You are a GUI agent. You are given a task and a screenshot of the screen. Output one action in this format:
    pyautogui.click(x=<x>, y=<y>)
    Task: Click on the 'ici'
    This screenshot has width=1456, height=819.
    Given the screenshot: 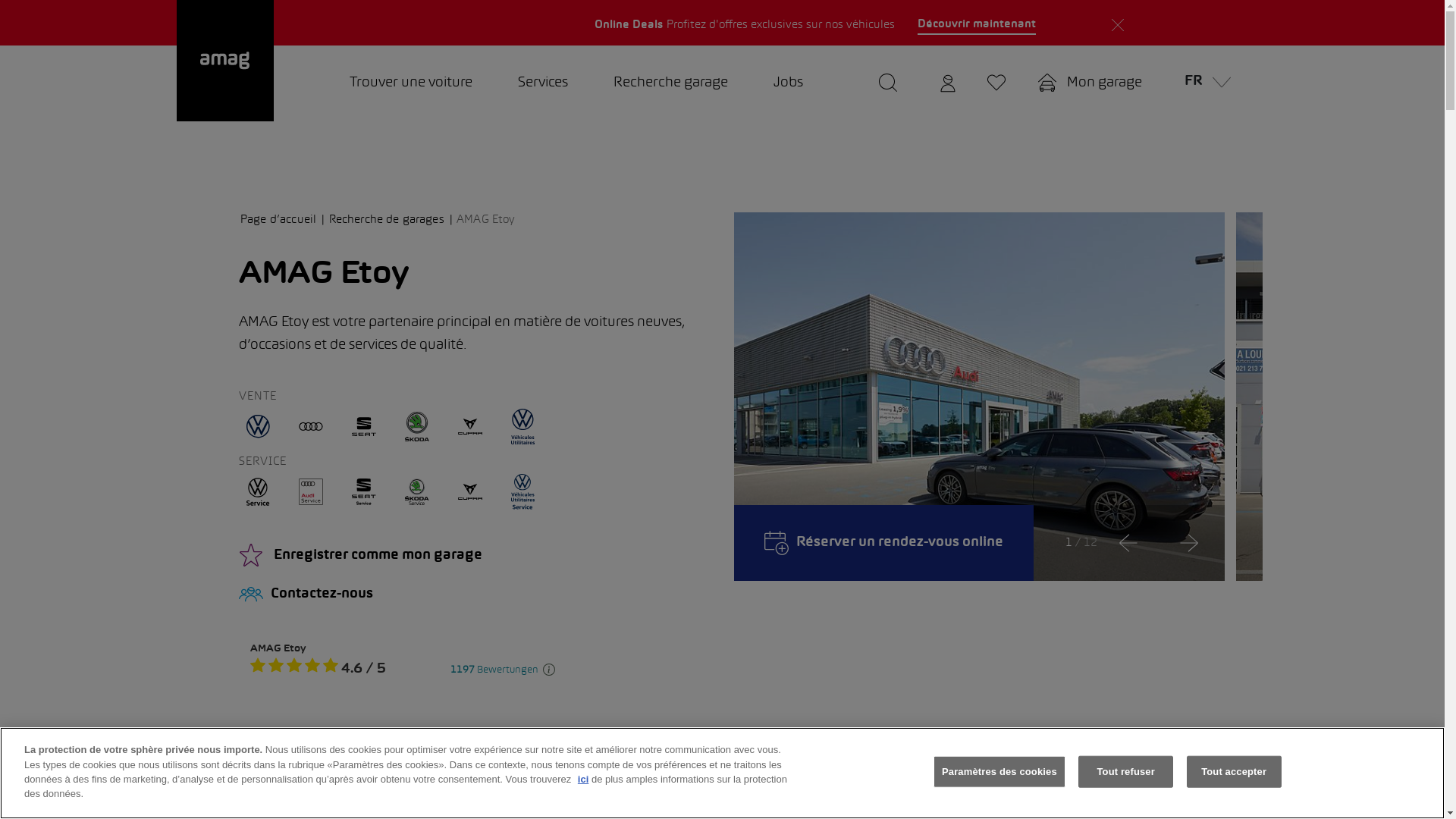 What is the action you would take?
    pyautogui.click(x=582, y=779)
    